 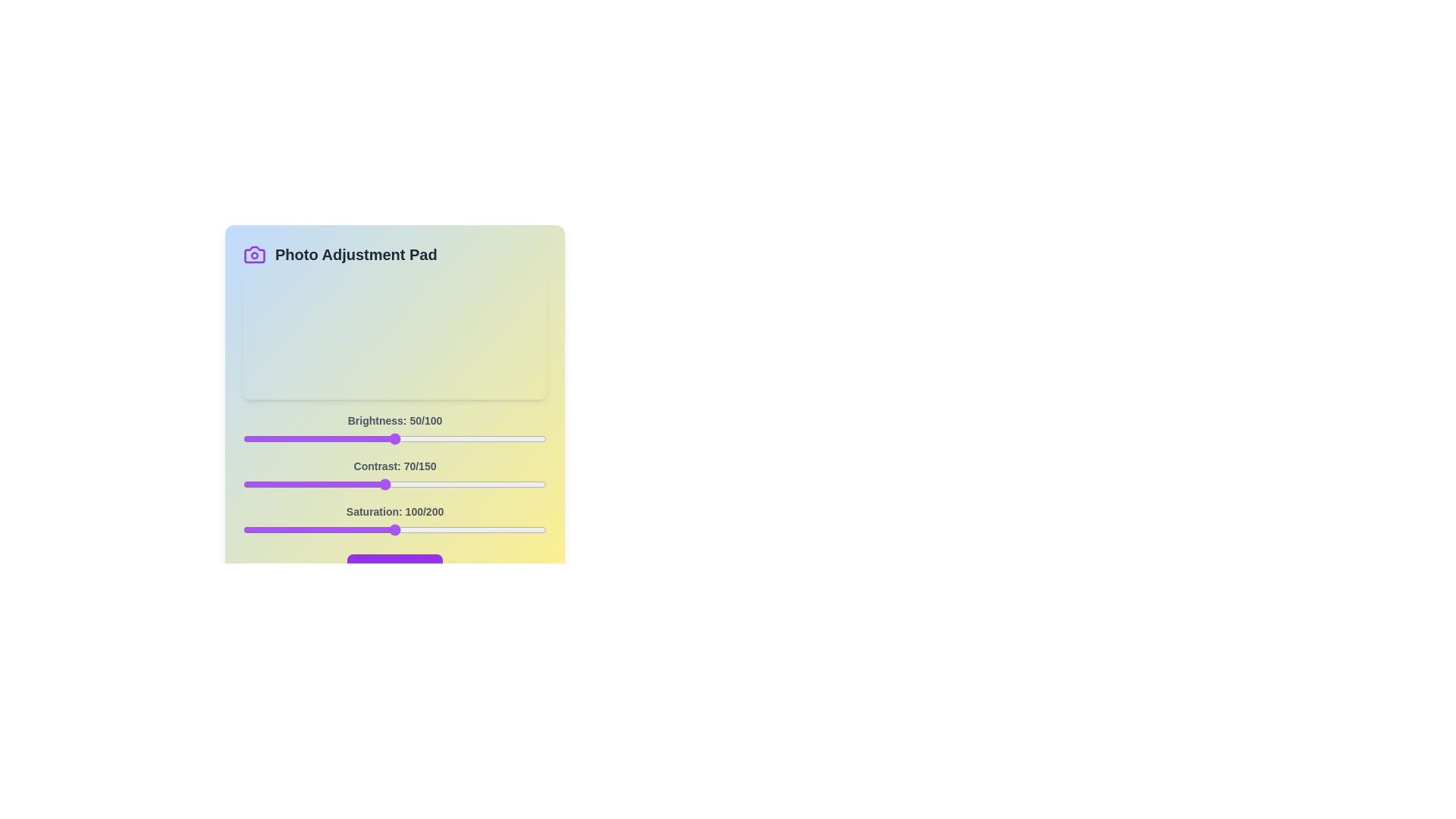 I want to click on the 1 slider to 3, so click(x=249, y=485).